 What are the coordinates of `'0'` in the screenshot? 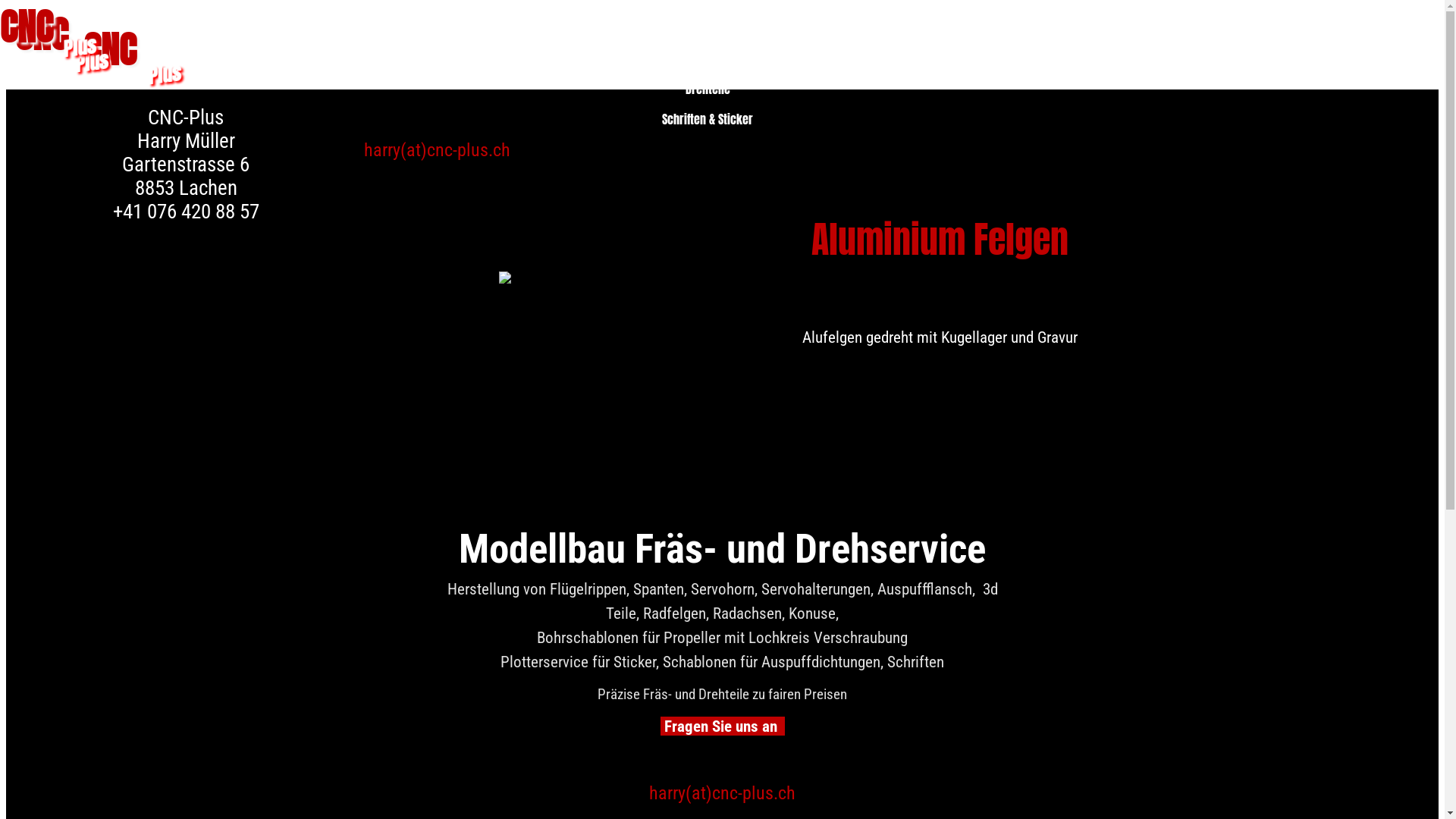 It's located at (5, 5).